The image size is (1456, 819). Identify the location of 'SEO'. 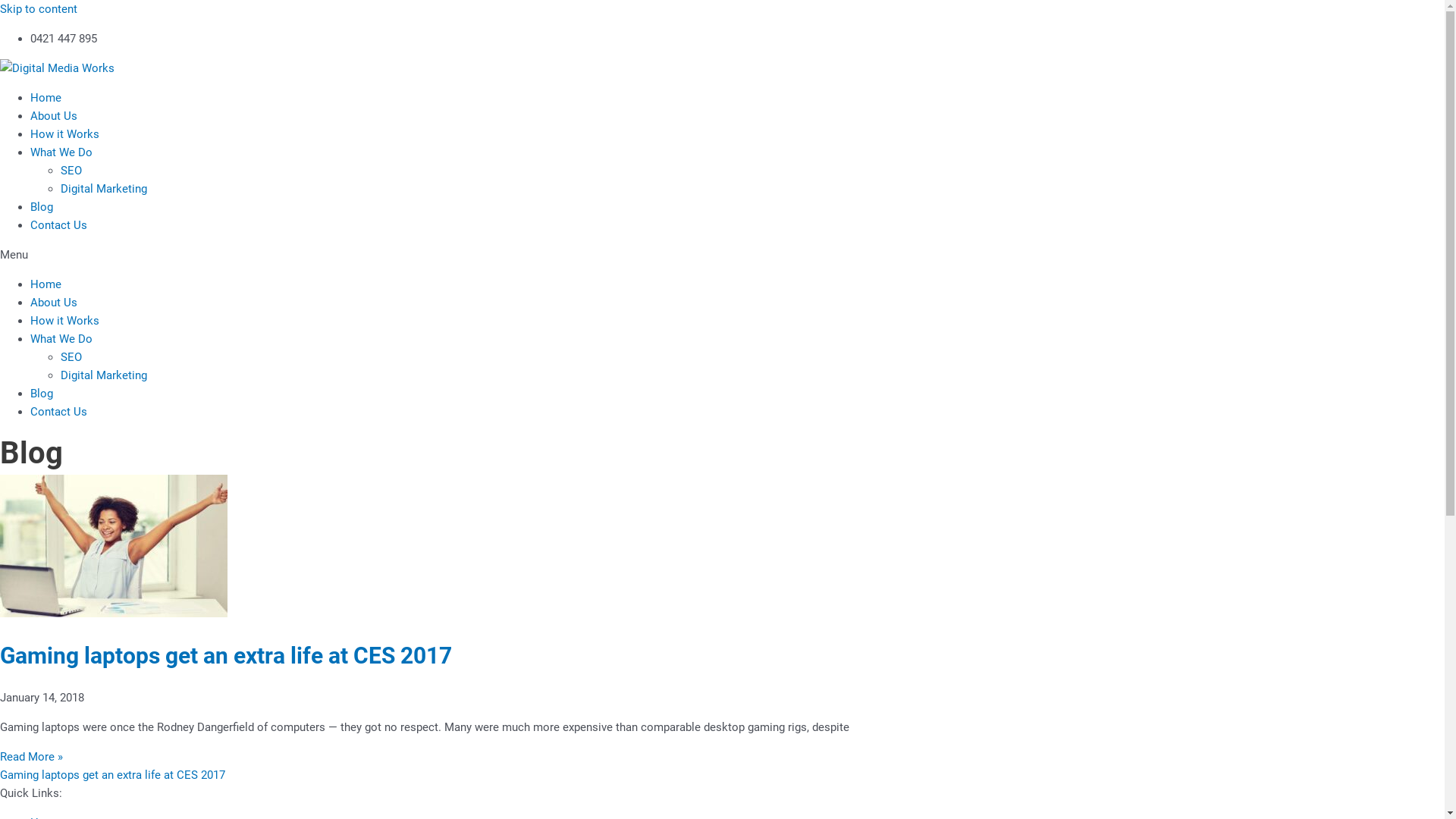
(61, 170).